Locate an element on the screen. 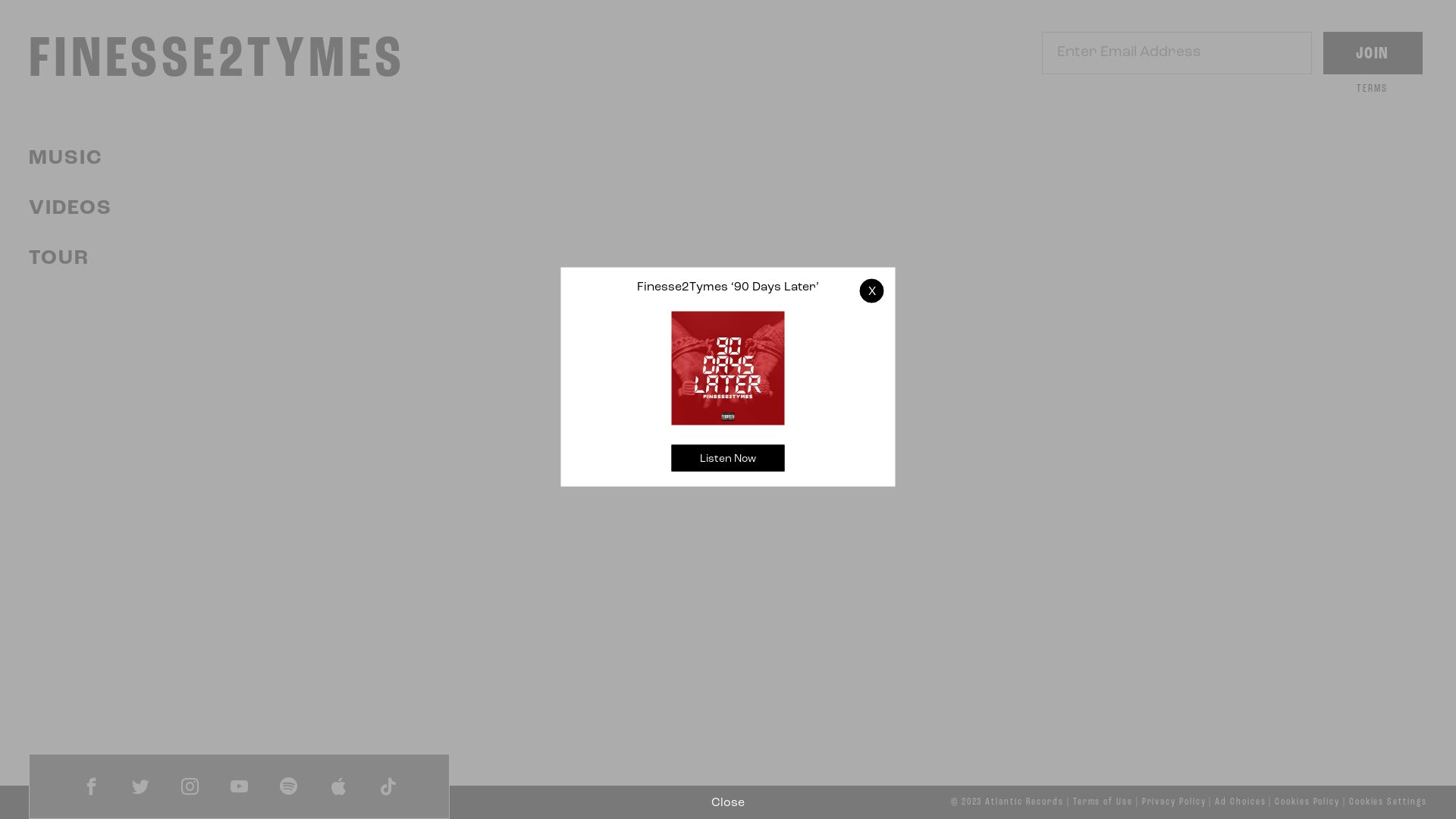 The height and width of the screenshot is (819, 1456). 'Ad Choices' is located at coordinates (1240, 801).